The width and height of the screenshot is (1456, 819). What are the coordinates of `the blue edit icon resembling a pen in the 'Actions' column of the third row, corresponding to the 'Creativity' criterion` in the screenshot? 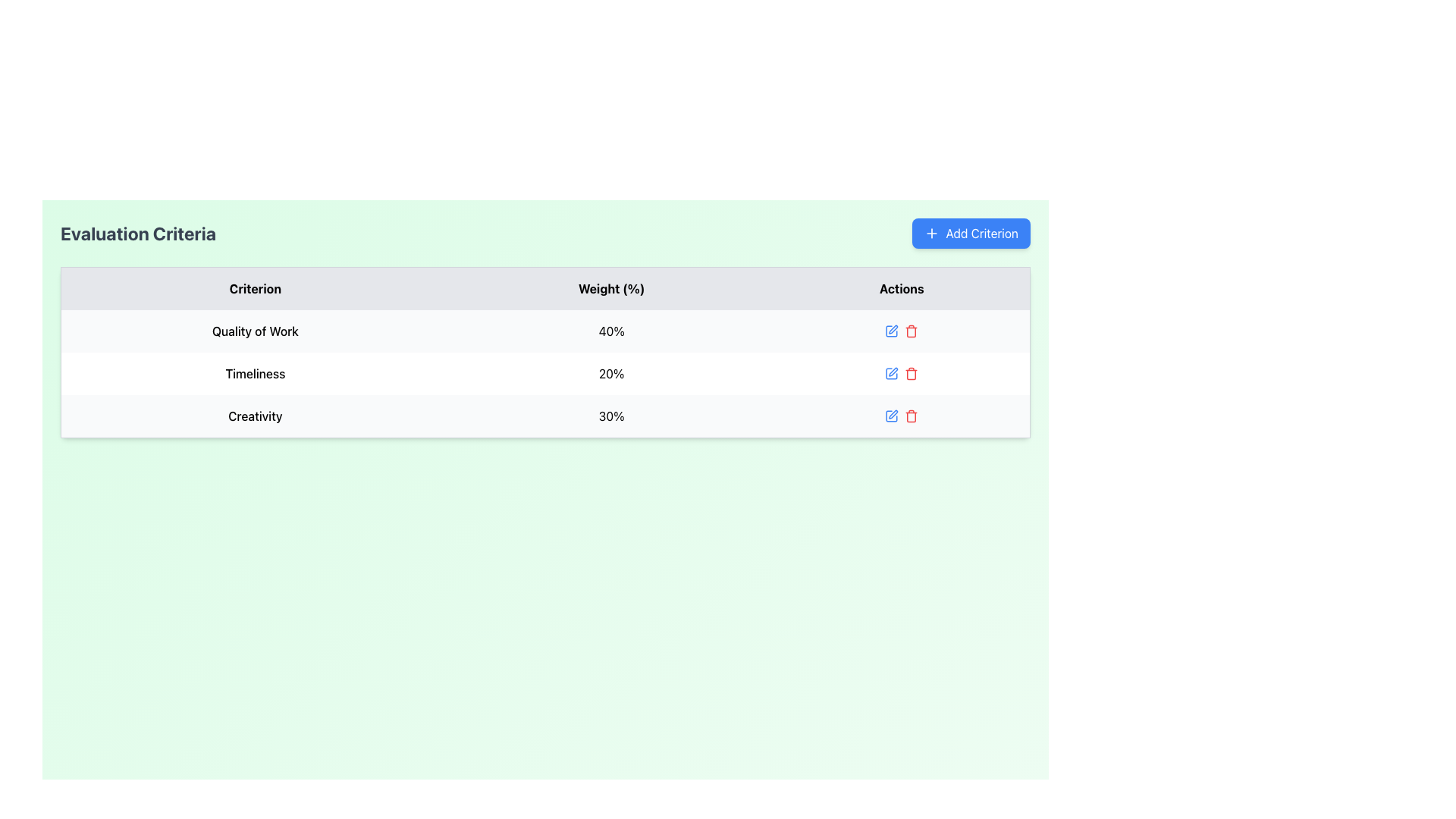 It's located at (892, 416).